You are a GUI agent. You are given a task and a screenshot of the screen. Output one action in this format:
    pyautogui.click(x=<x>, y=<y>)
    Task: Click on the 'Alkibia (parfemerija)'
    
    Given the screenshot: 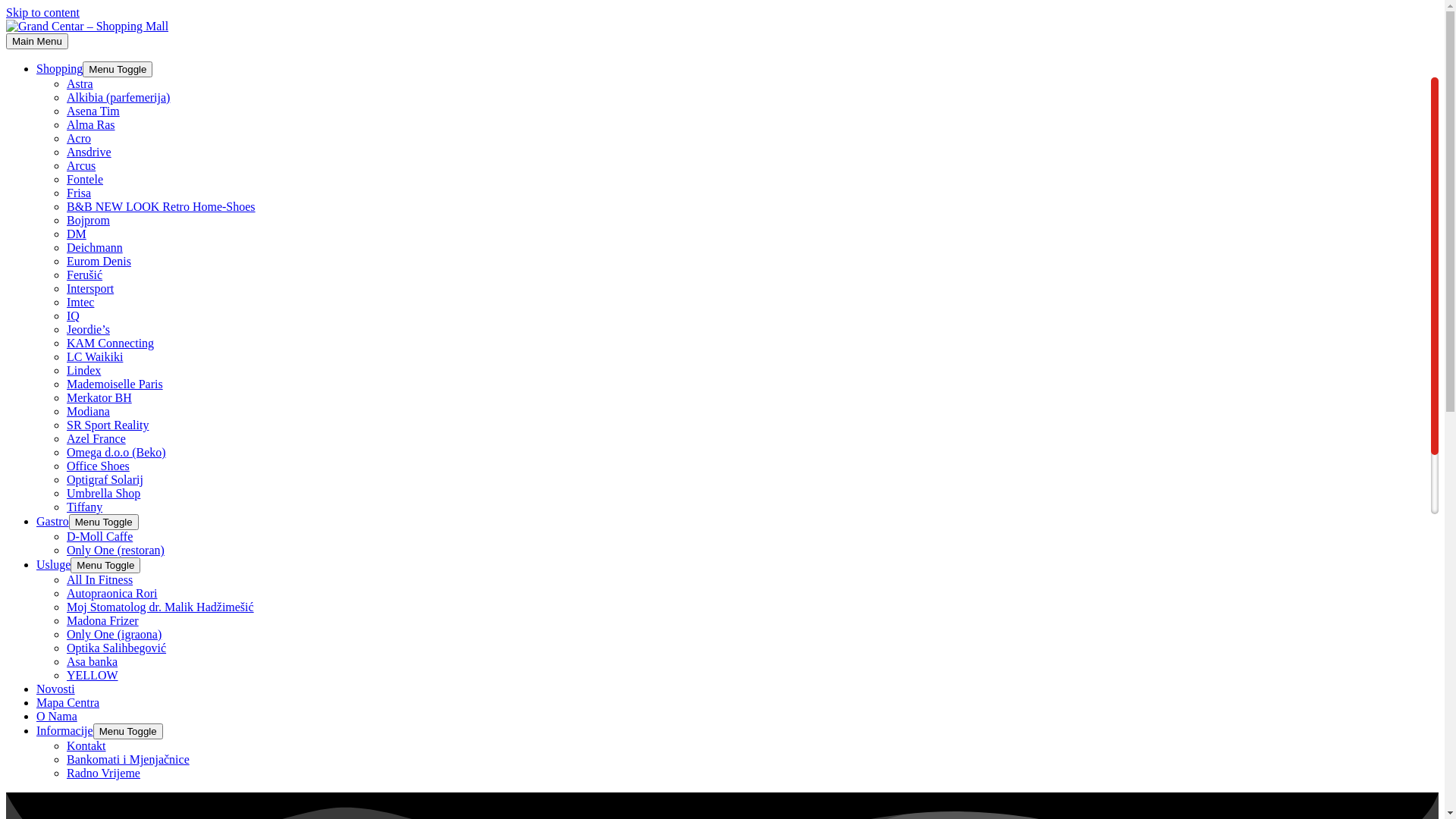 What is the action you would take?
    pyautogui.click(x=118, y=97)
    